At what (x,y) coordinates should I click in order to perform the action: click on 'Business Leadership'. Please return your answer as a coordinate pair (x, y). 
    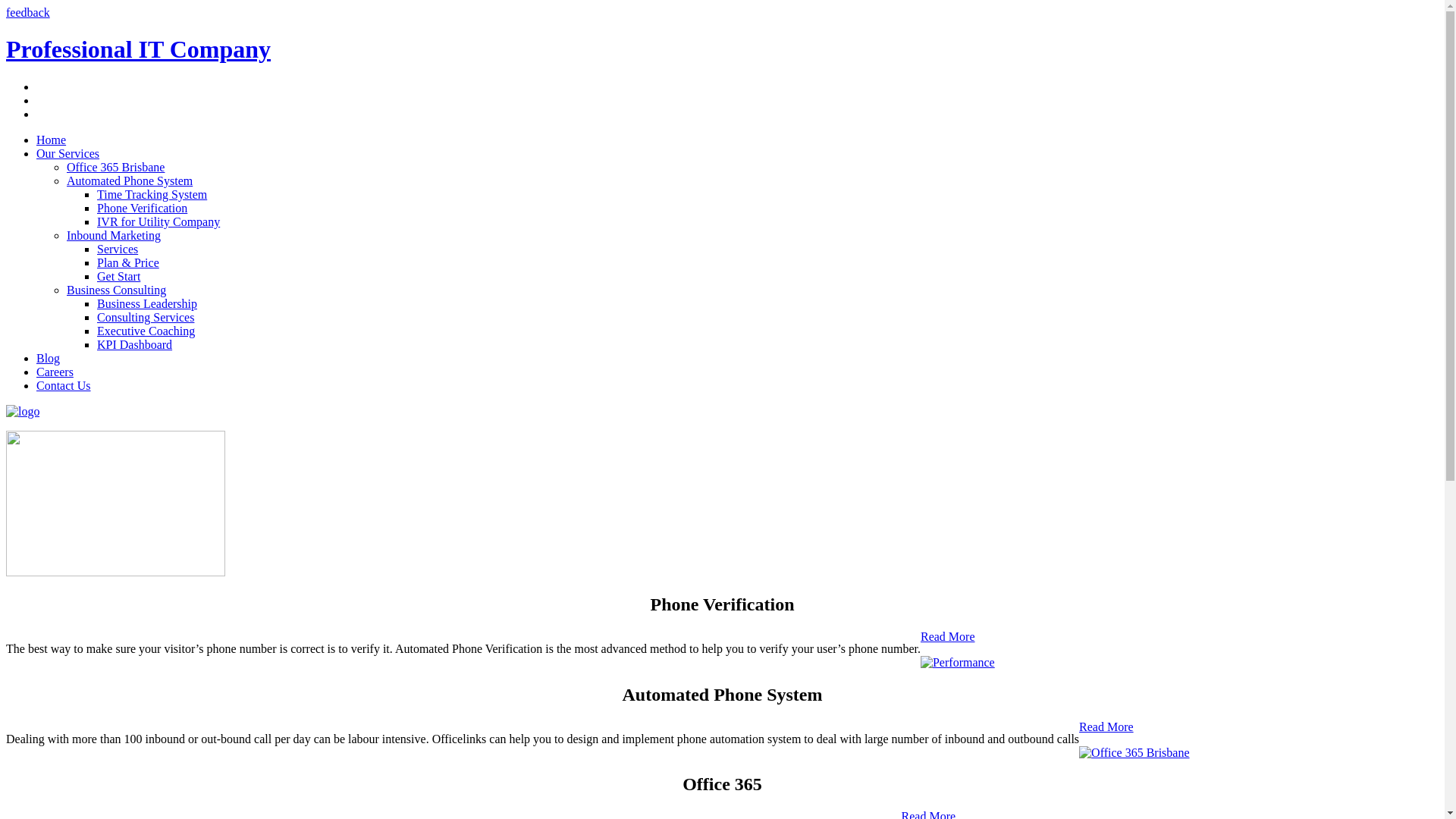
    Looking at the image, I should click on (96, 303).